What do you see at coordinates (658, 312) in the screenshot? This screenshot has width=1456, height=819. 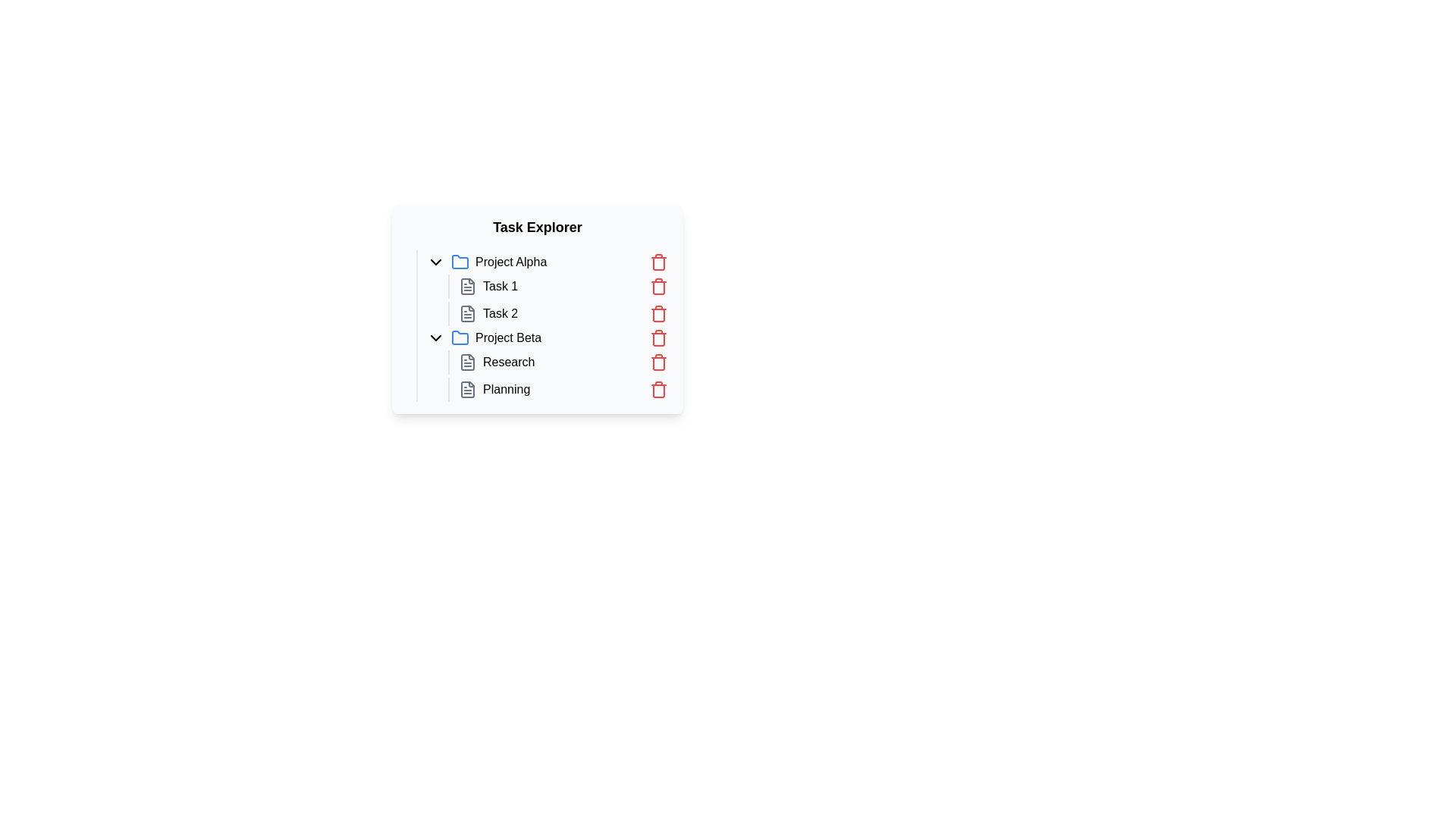 I see `the red trash can icon button indicating delete functionality for keyboard interactions` at bounding box center [658, 312].